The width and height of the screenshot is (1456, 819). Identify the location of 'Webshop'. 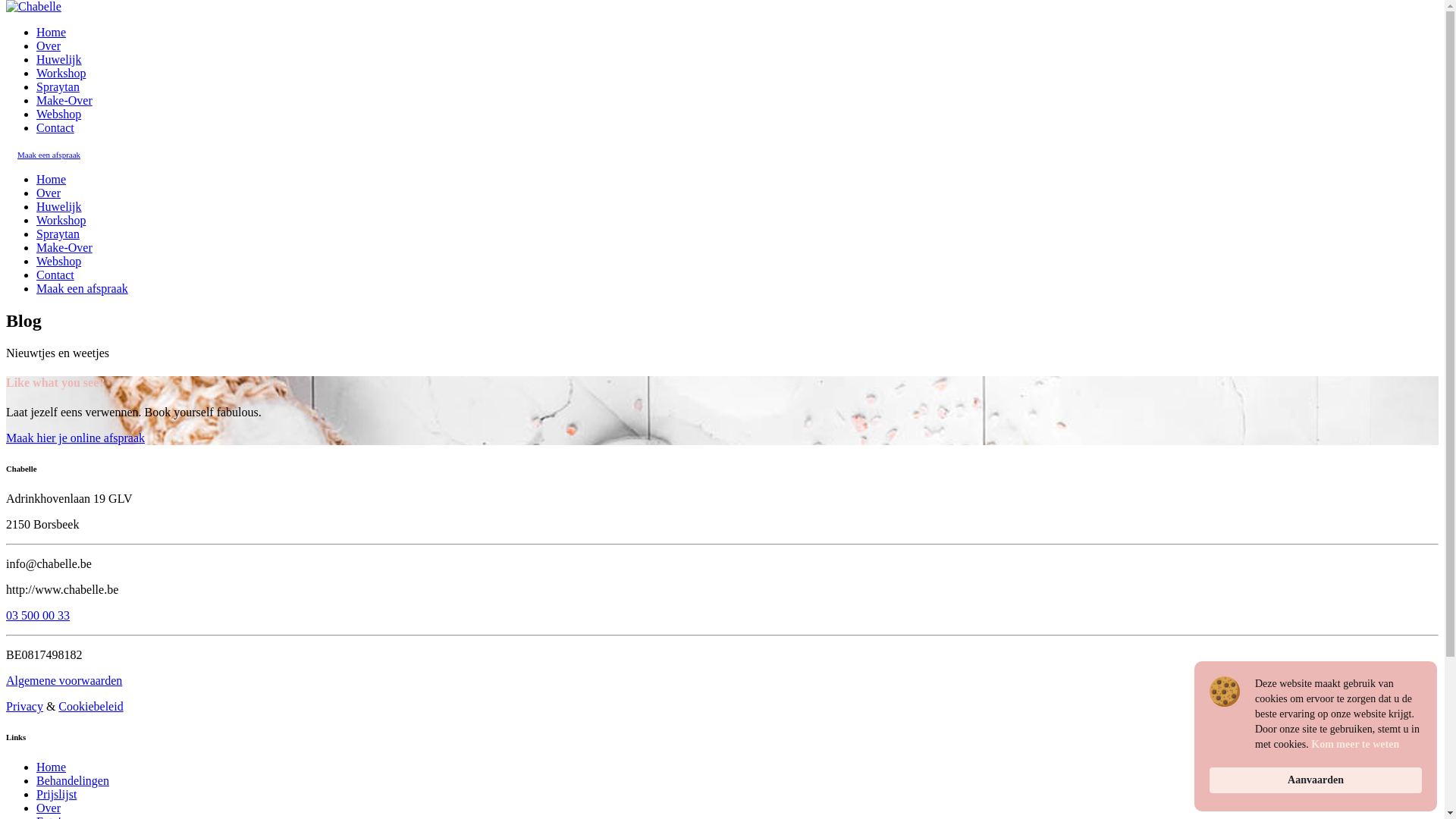
(58, 113).